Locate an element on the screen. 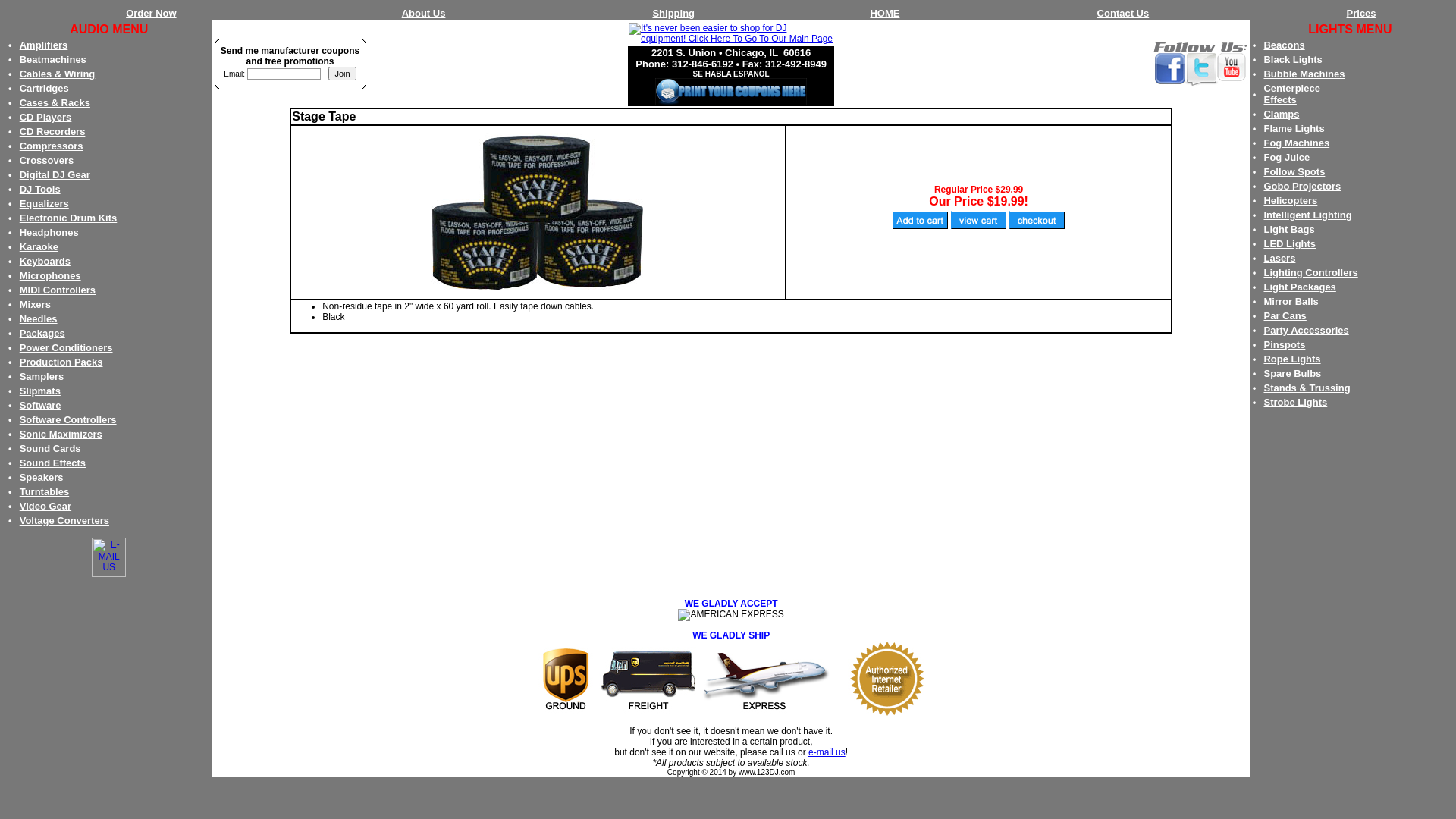 The width and height of the screenshot is (1456, 819). 'Black Lights' is located at coordinates (1263, 58).